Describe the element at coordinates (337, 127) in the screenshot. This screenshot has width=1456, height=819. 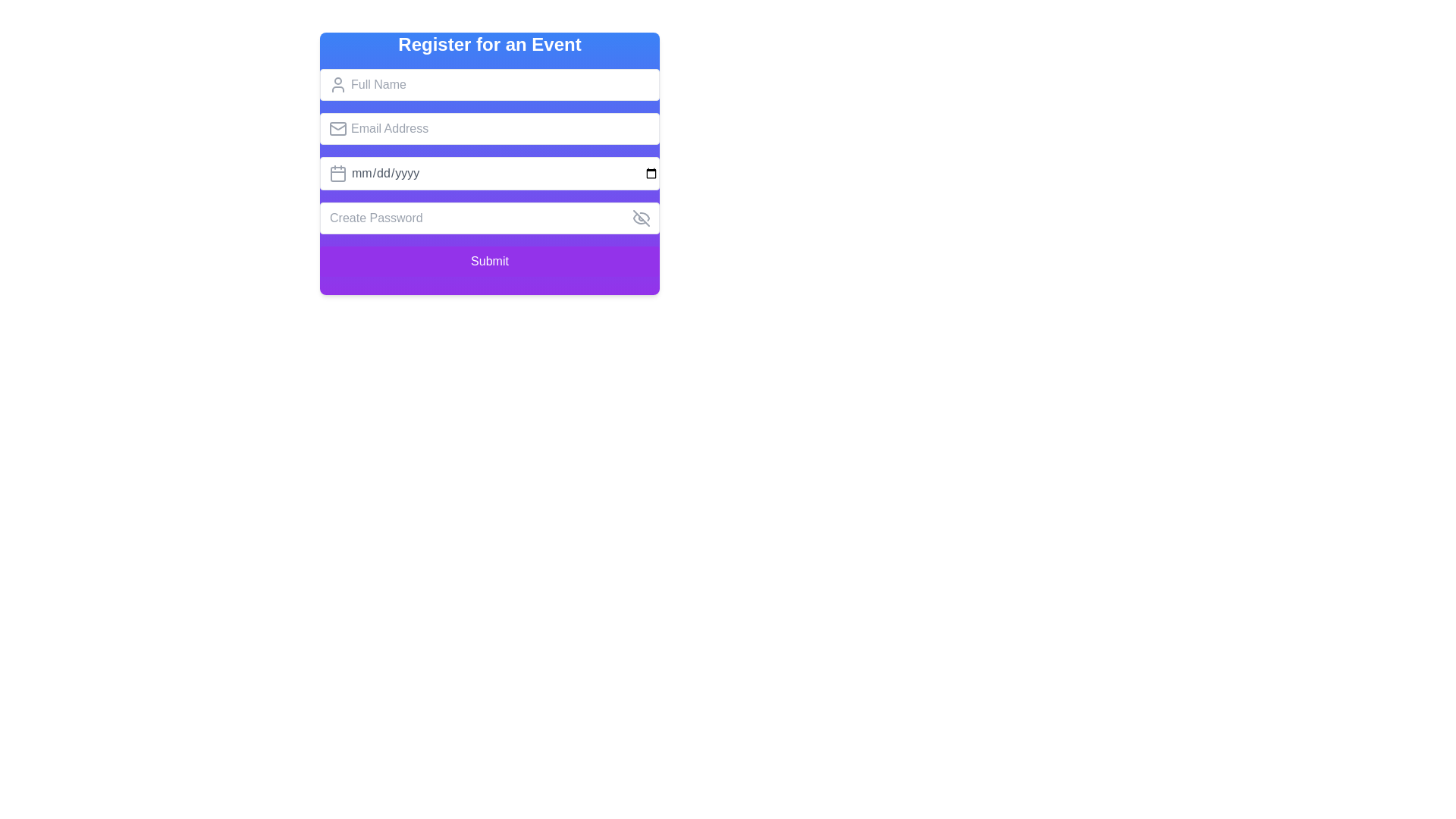
I see `the upper rectangle of the envelope-shaped icon located next to the 'Email Address' input field, which is a non-interactive decorative vector graphic` at that location.